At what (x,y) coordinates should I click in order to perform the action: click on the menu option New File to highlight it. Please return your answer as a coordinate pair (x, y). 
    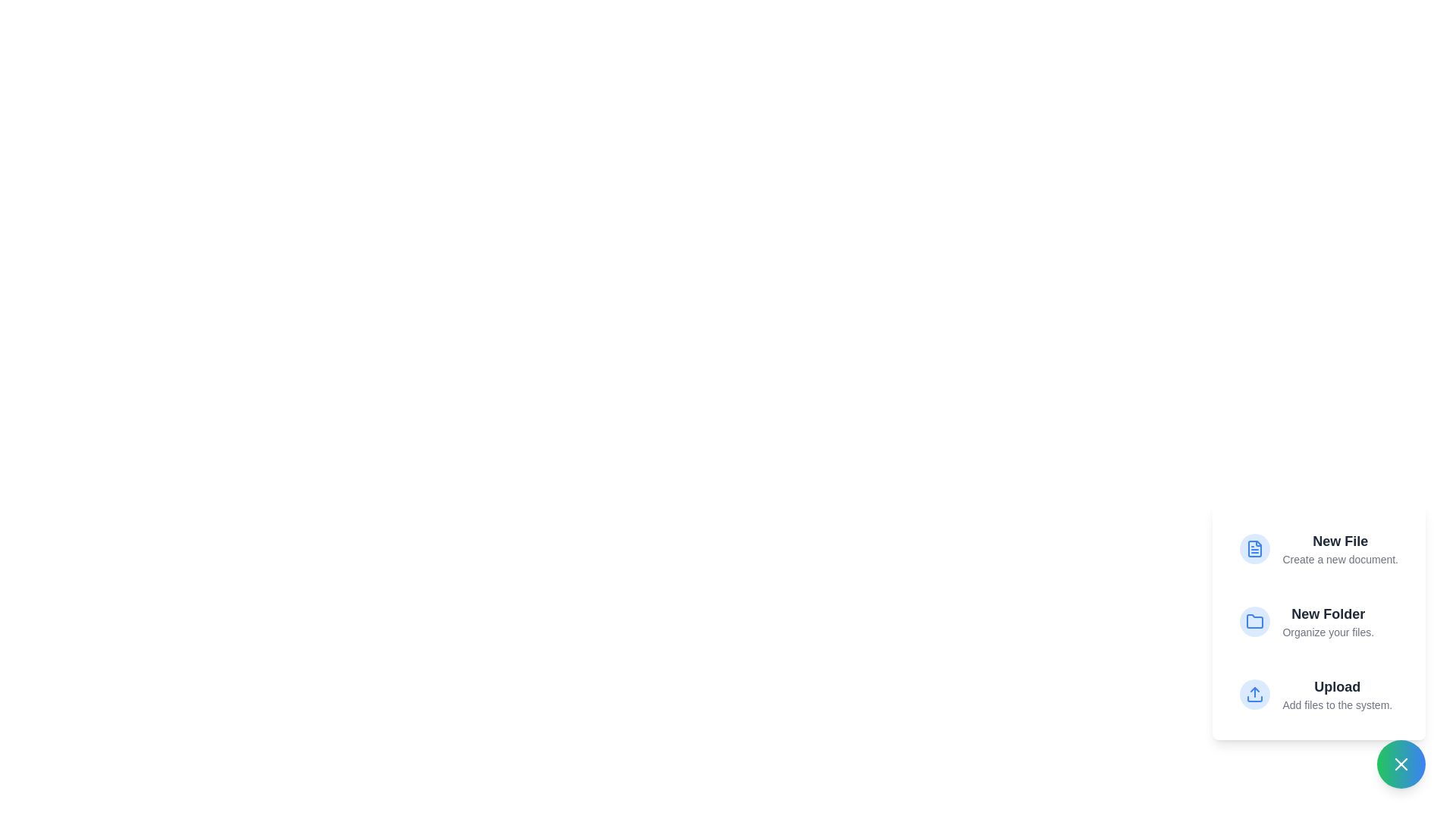
    Looking at the image, I should click on (1318, 549).